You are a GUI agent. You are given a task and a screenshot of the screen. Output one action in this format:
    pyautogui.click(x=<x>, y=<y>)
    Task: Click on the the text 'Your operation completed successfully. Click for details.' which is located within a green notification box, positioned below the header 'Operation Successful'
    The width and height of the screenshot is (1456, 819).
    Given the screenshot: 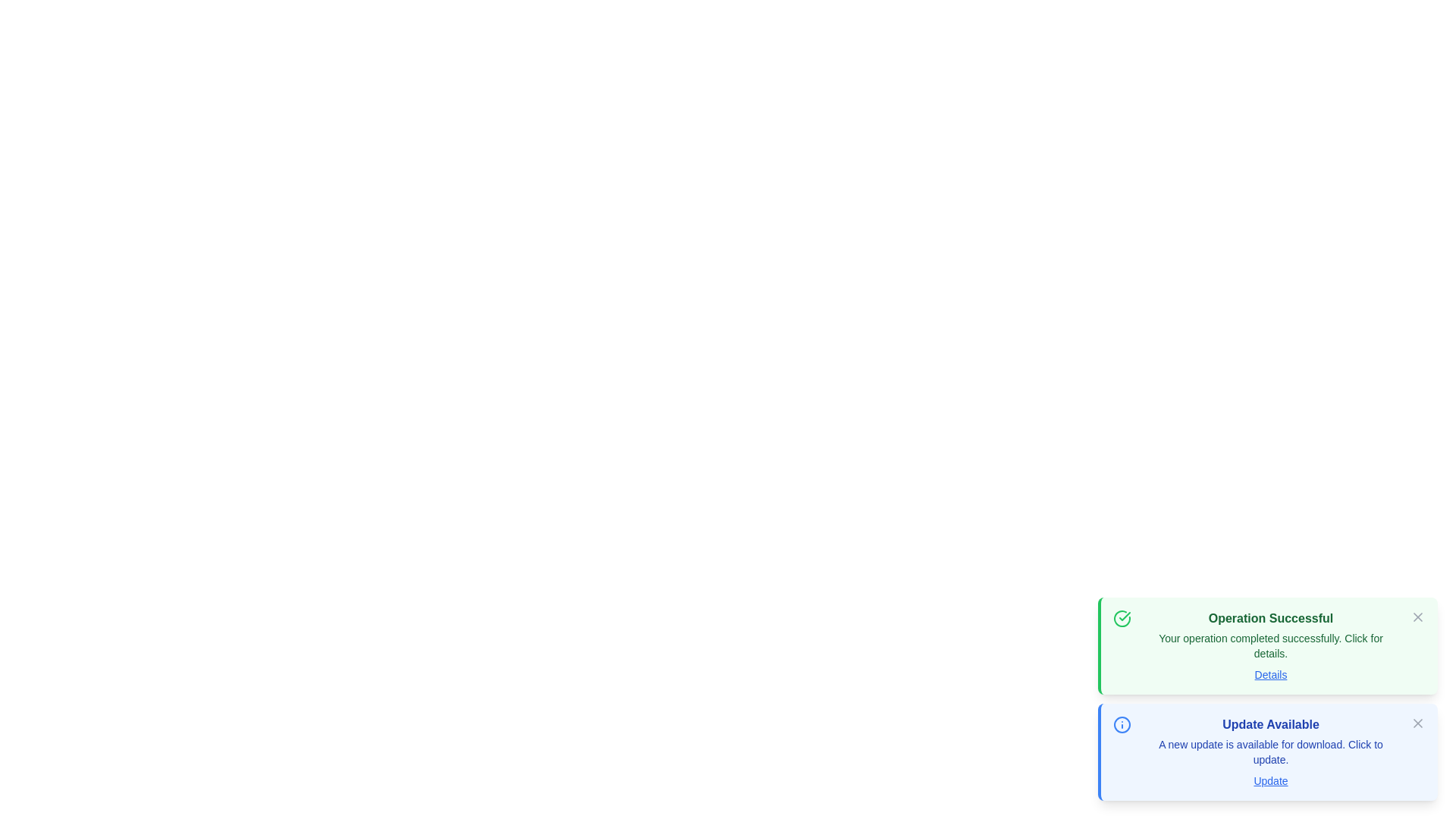 What is the action you would take?
    pyautogui.click(x=1270, y=646)
    